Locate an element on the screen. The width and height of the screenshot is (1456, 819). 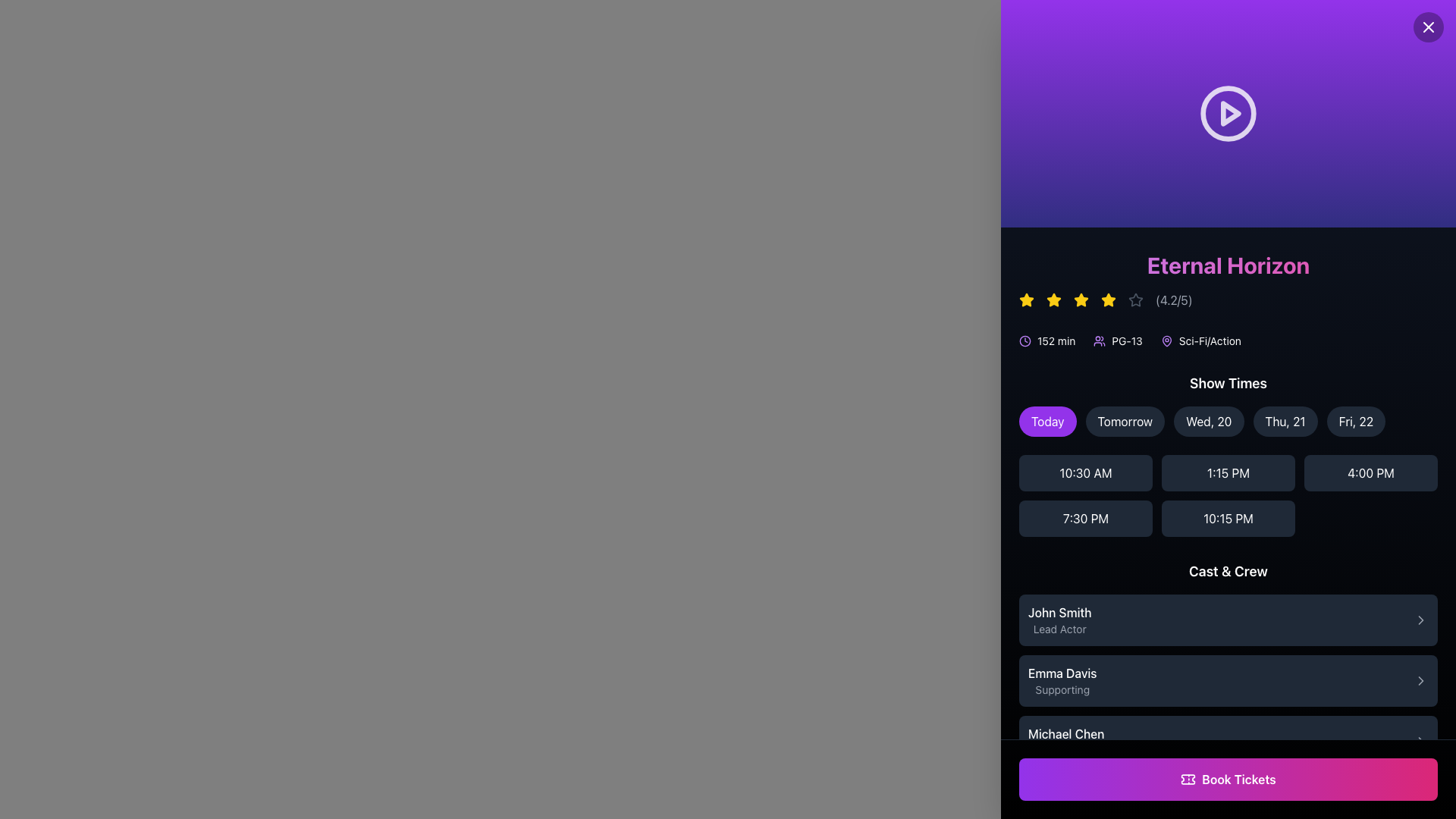
the button in the horizontally arranged row of selectable date options labeled with dates such as 'Today', 'Tomorrow', and specific days is located at coordinates (1228, 424).